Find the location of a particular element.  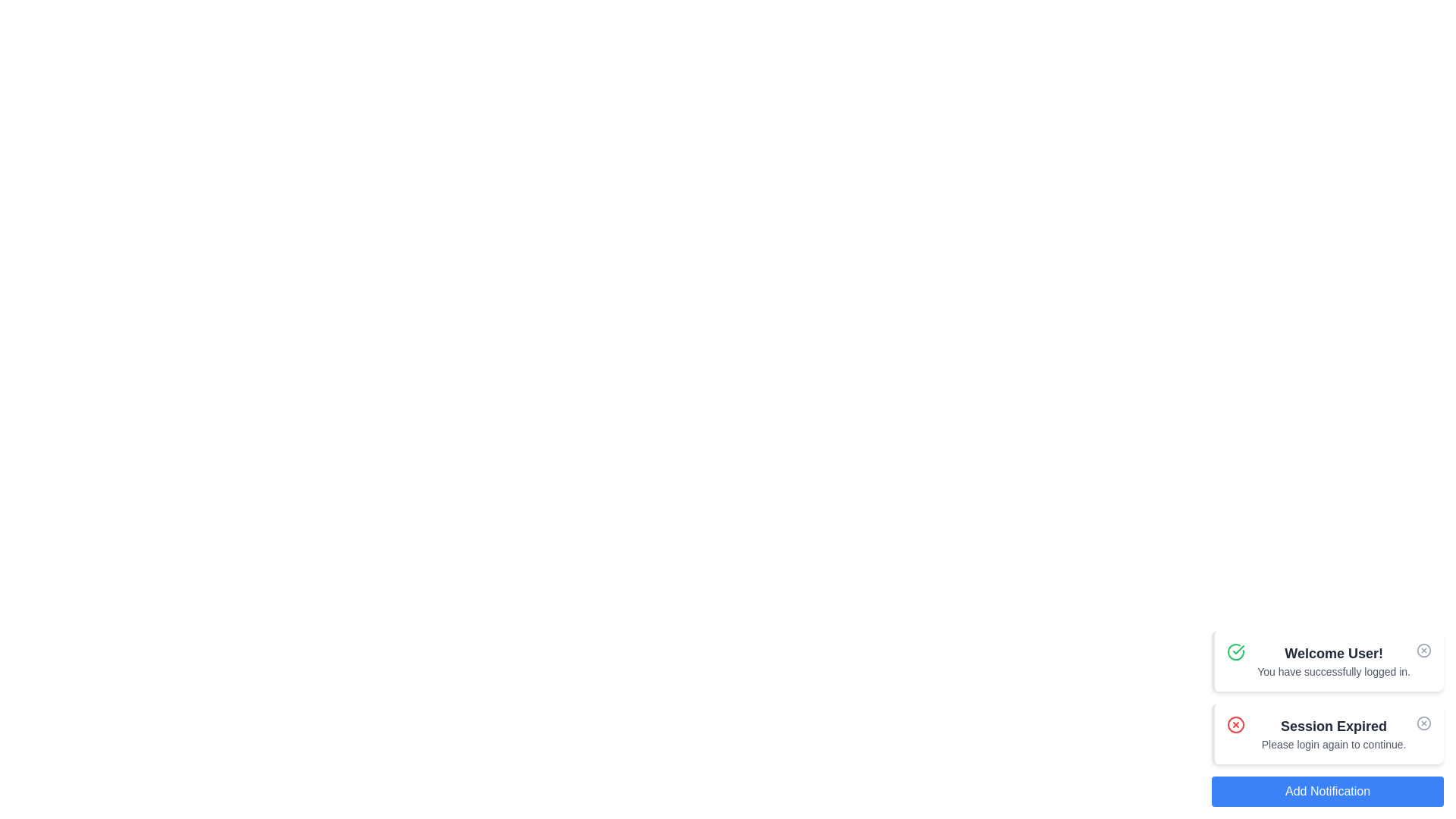

the close button of the notification with the title Session Expired is located at coordinates (1423, 722).